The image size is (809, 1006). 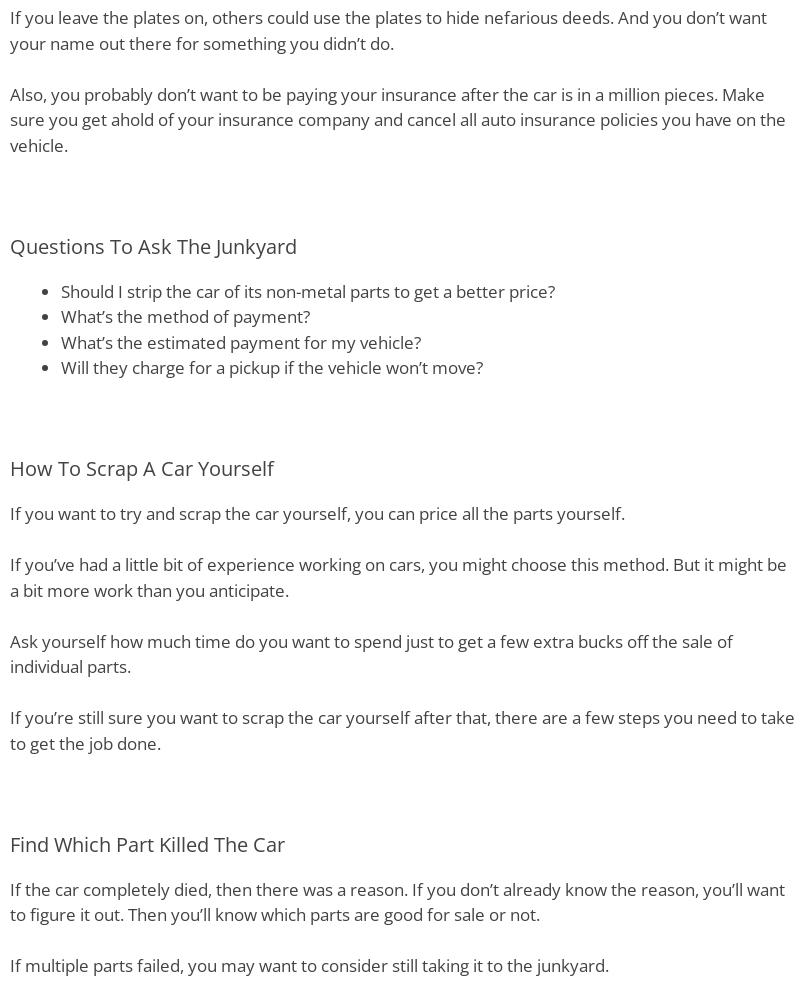 I want to click on 'Will they charge for a pickup if the vehicle won’t move?', so click(x=271, y=366).